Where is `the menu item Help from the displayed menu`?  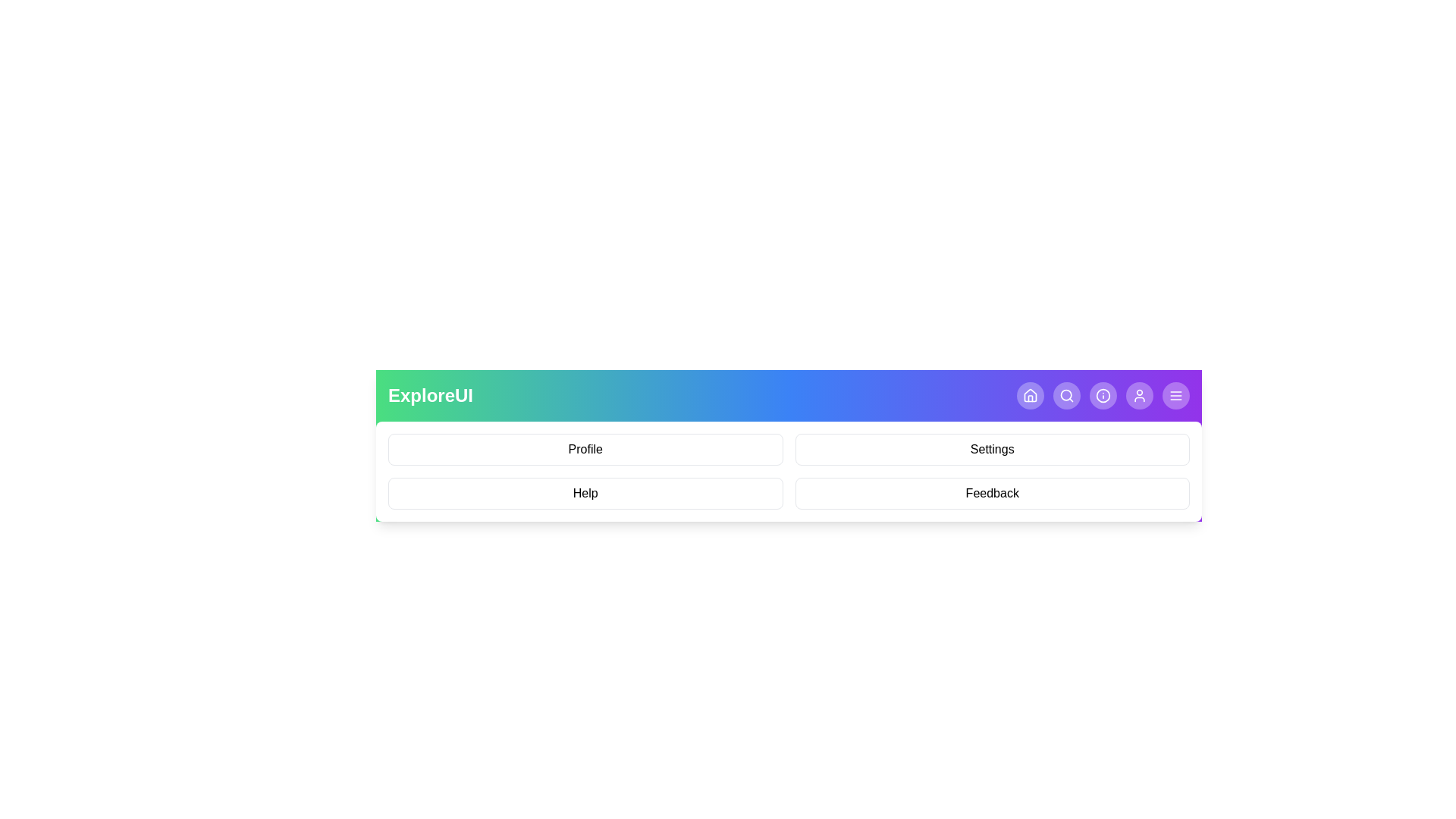
the menu item Help from the displayed menu is located at coordinates (585, 494).